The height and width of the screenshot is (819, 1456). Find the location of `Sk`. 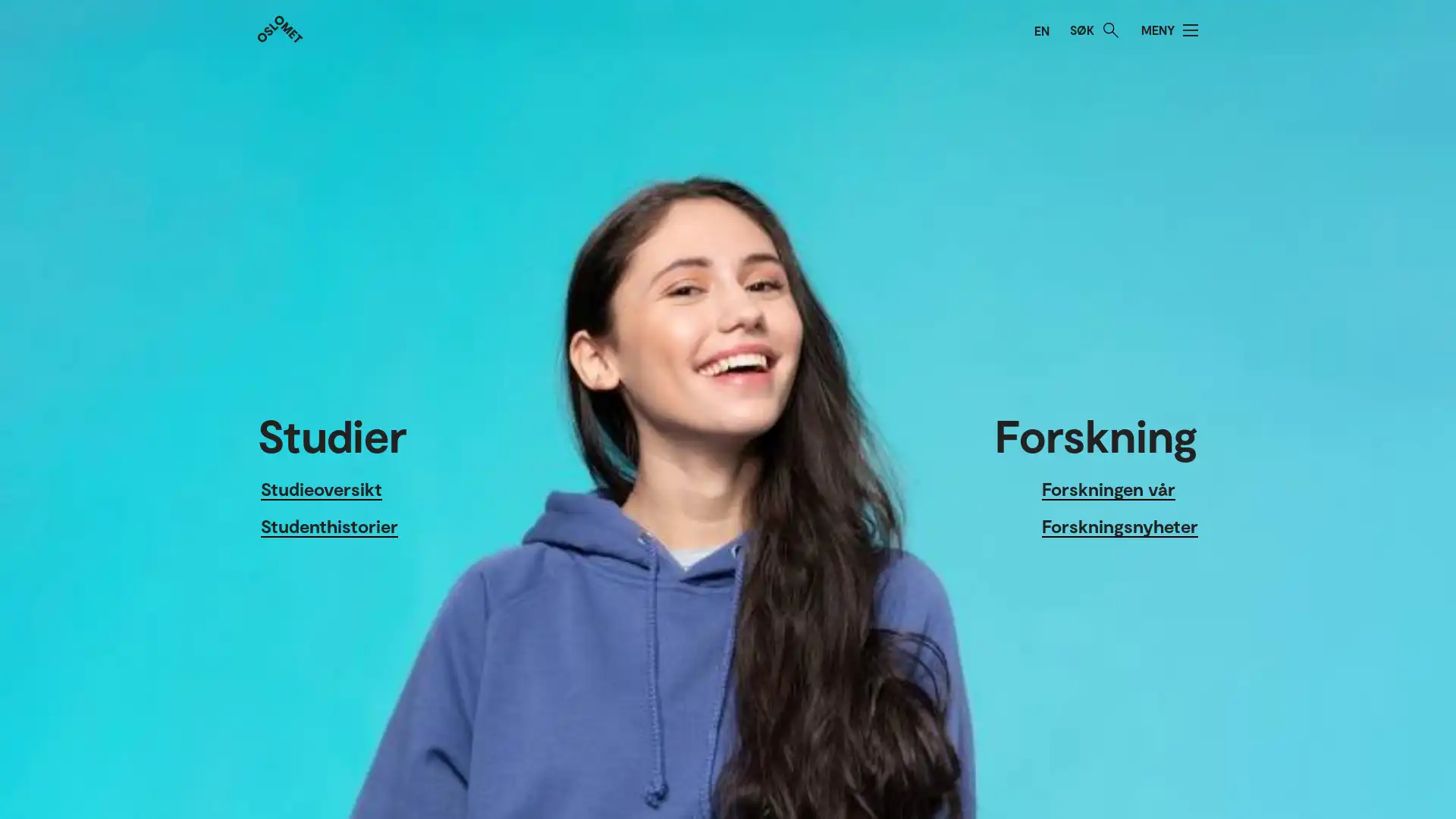

Sk is located at coordinates (1110, 30).